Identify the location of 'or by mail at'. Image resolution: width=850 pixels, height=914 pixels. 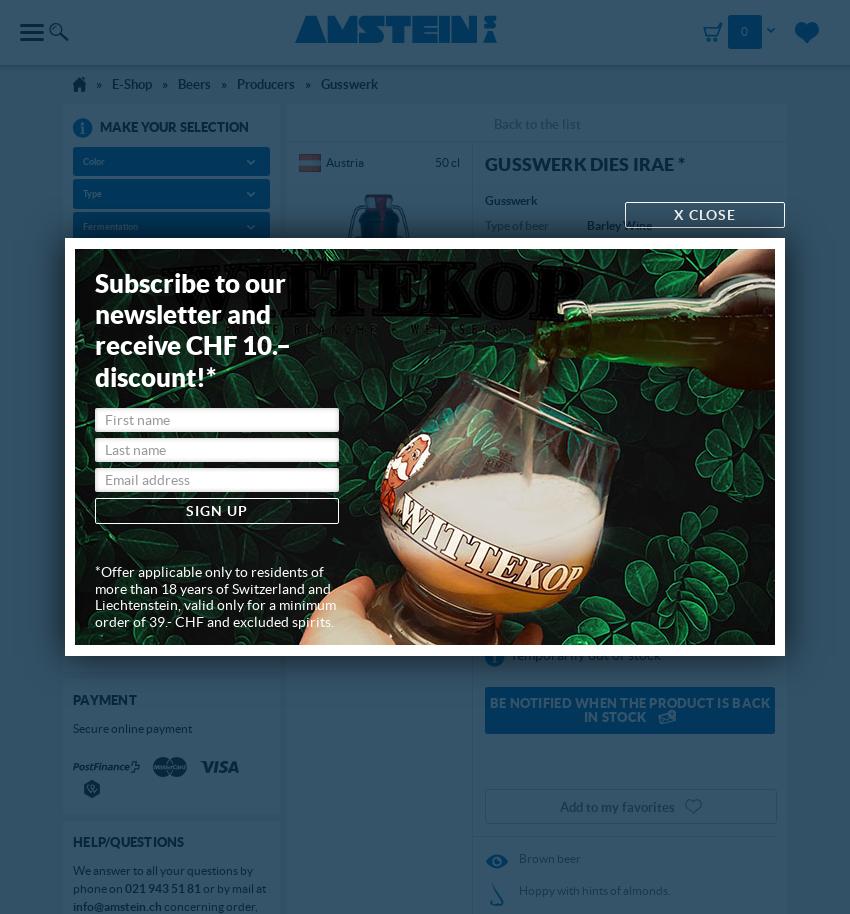
(233, 886).